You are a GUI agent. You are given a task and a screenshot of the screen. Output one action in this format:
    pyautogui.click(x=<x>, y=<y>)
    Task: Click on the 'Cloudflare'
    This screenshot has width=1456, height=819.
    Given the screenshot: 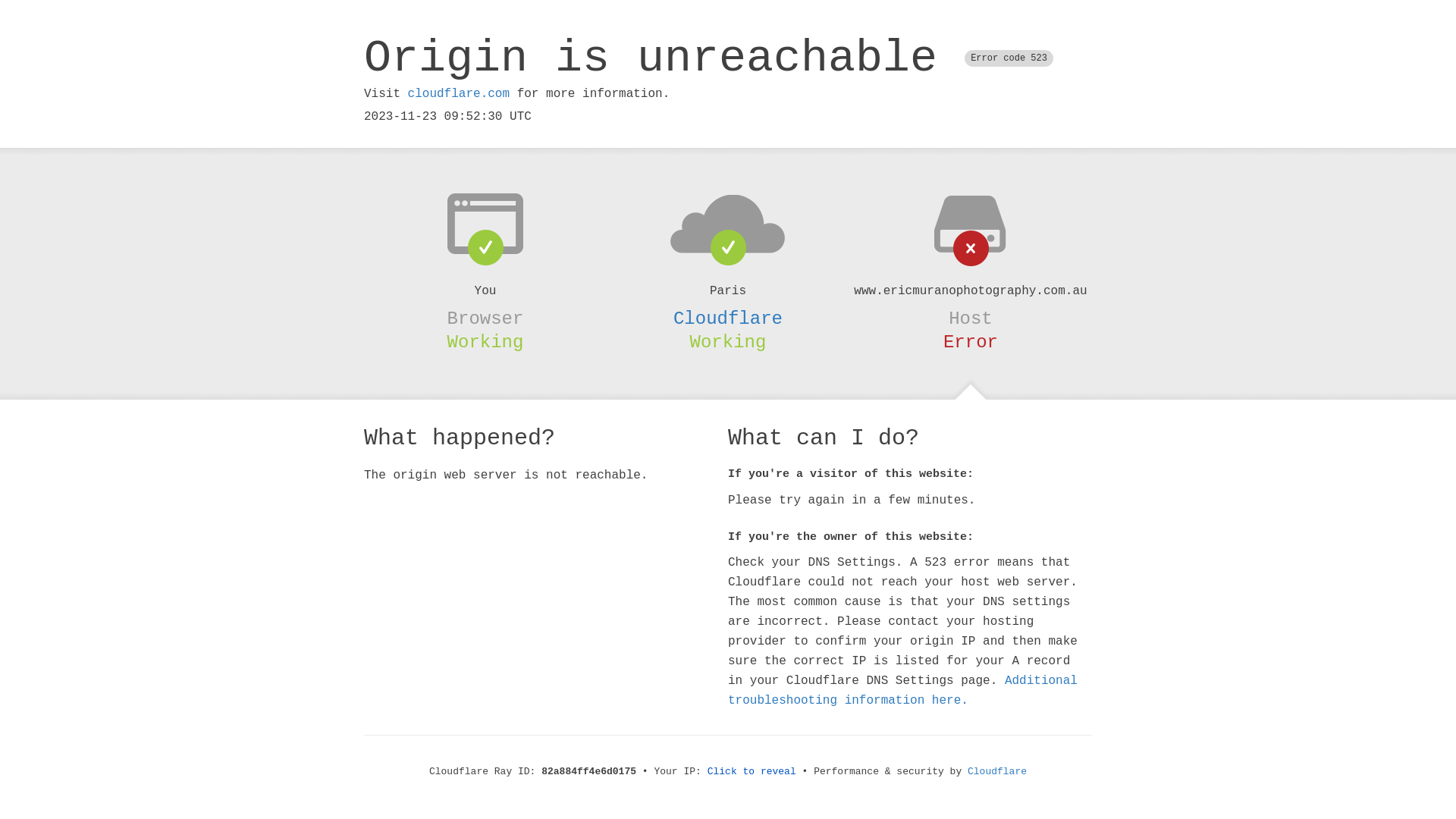 What is the action you would take?
    pyautogui.click(x=997, y=771)
    